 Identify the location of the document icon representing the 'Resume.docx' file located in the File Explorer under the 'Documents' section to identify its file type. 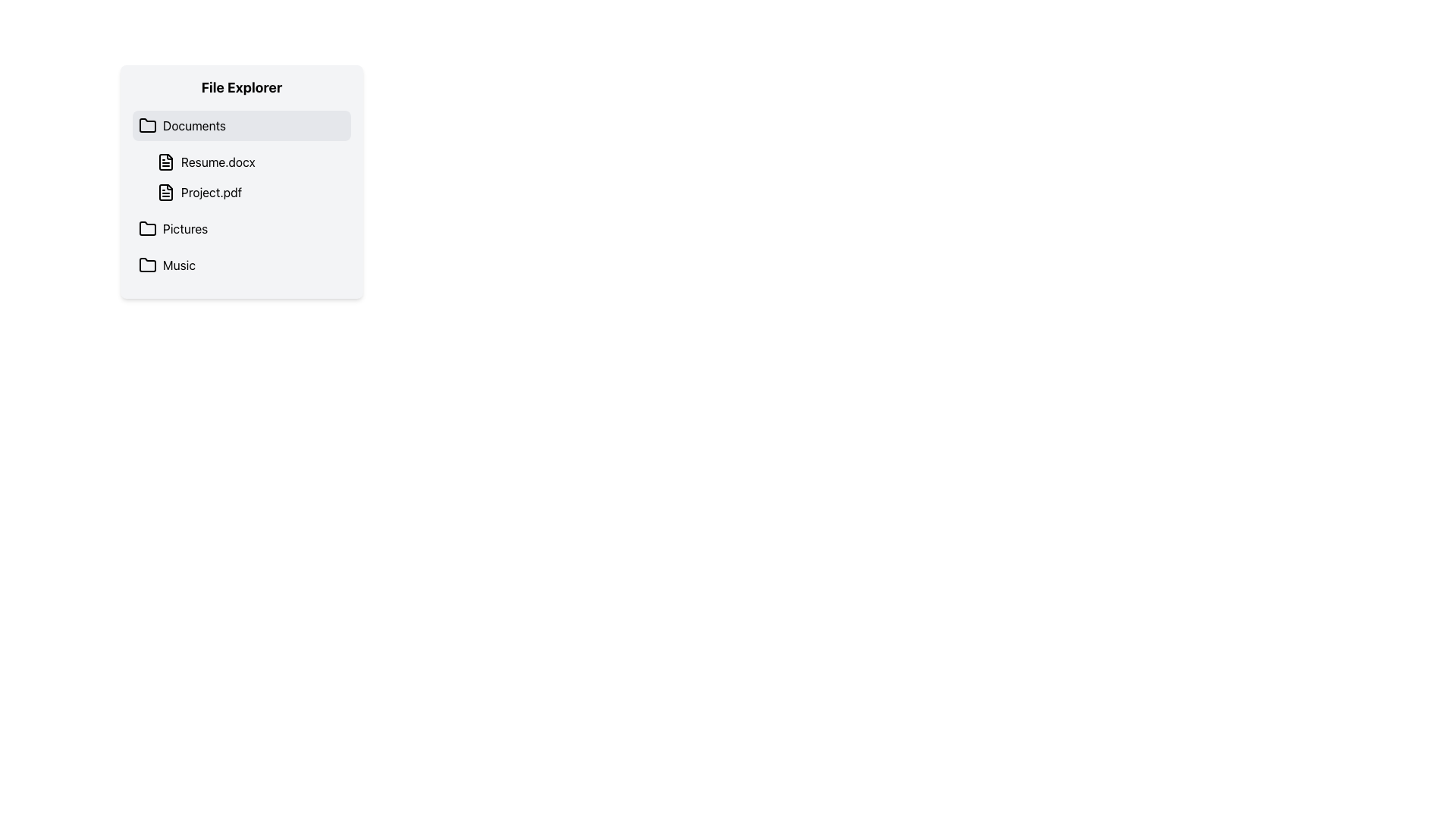
(166, 162).